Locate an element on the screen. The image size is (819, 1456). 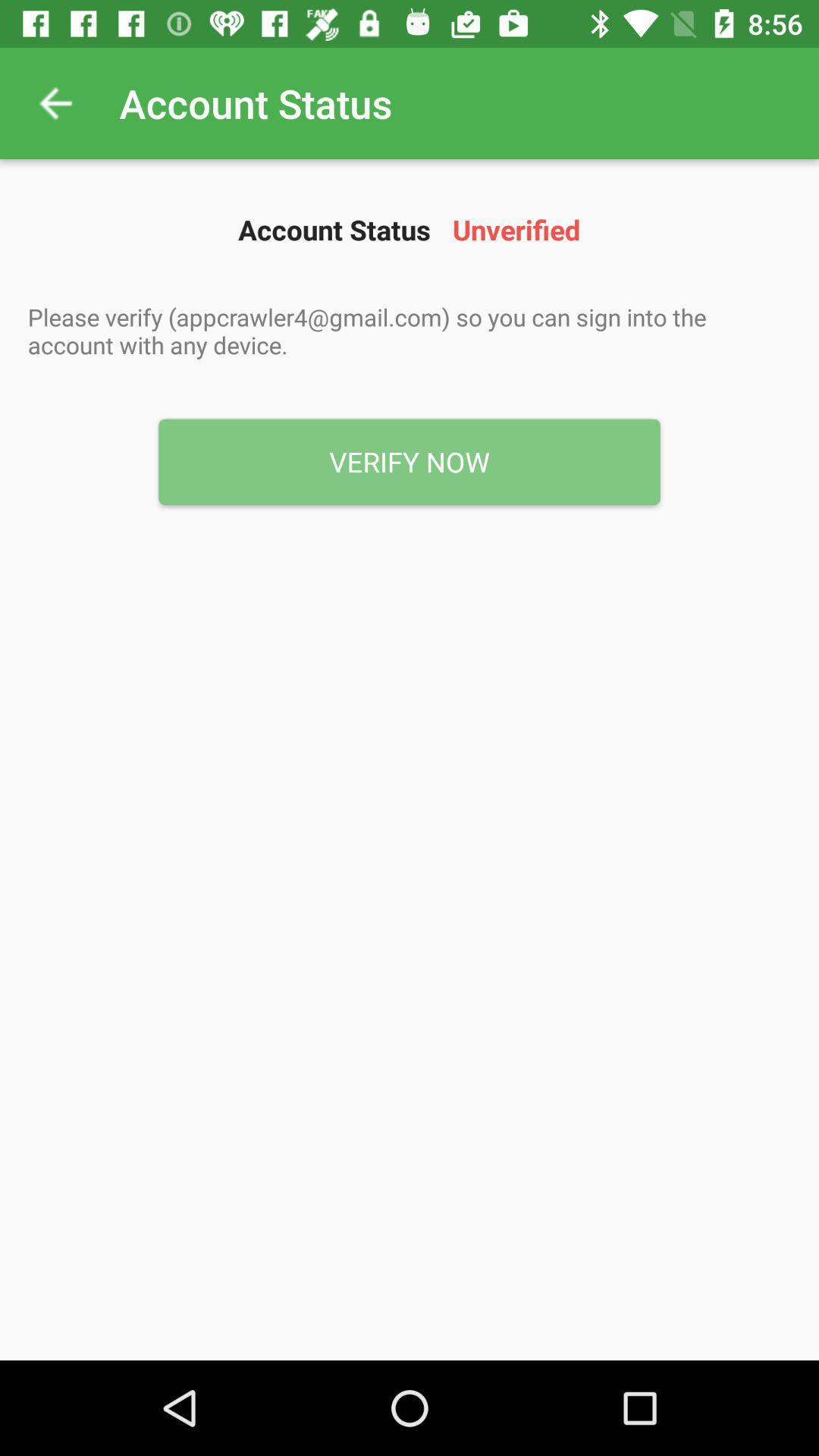
verify now item is located at coordinates (409, 461).